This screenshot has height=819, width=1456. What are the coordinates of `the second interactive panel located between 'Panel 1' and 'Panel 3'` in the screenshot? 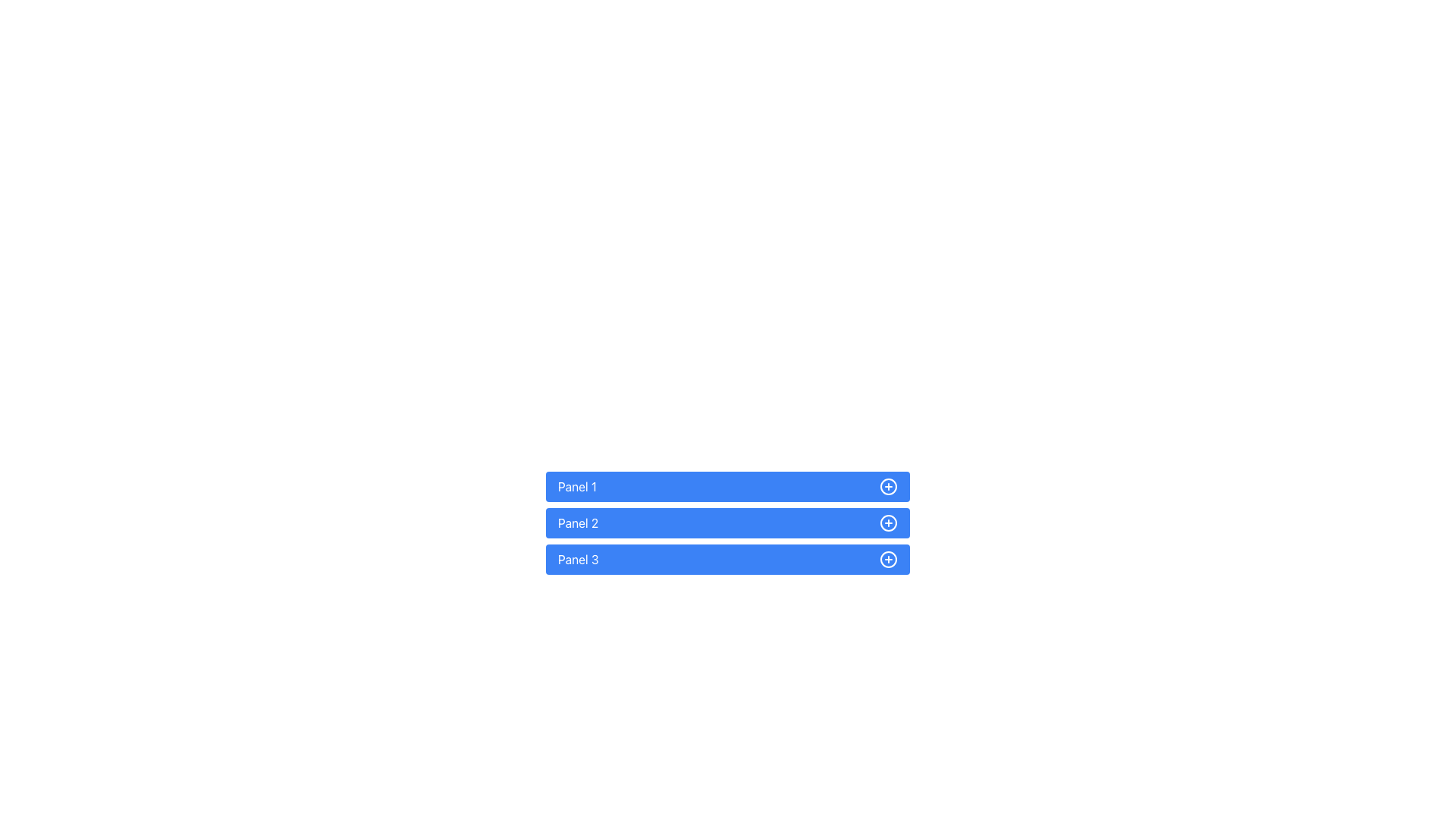 It's located at (728, 522).